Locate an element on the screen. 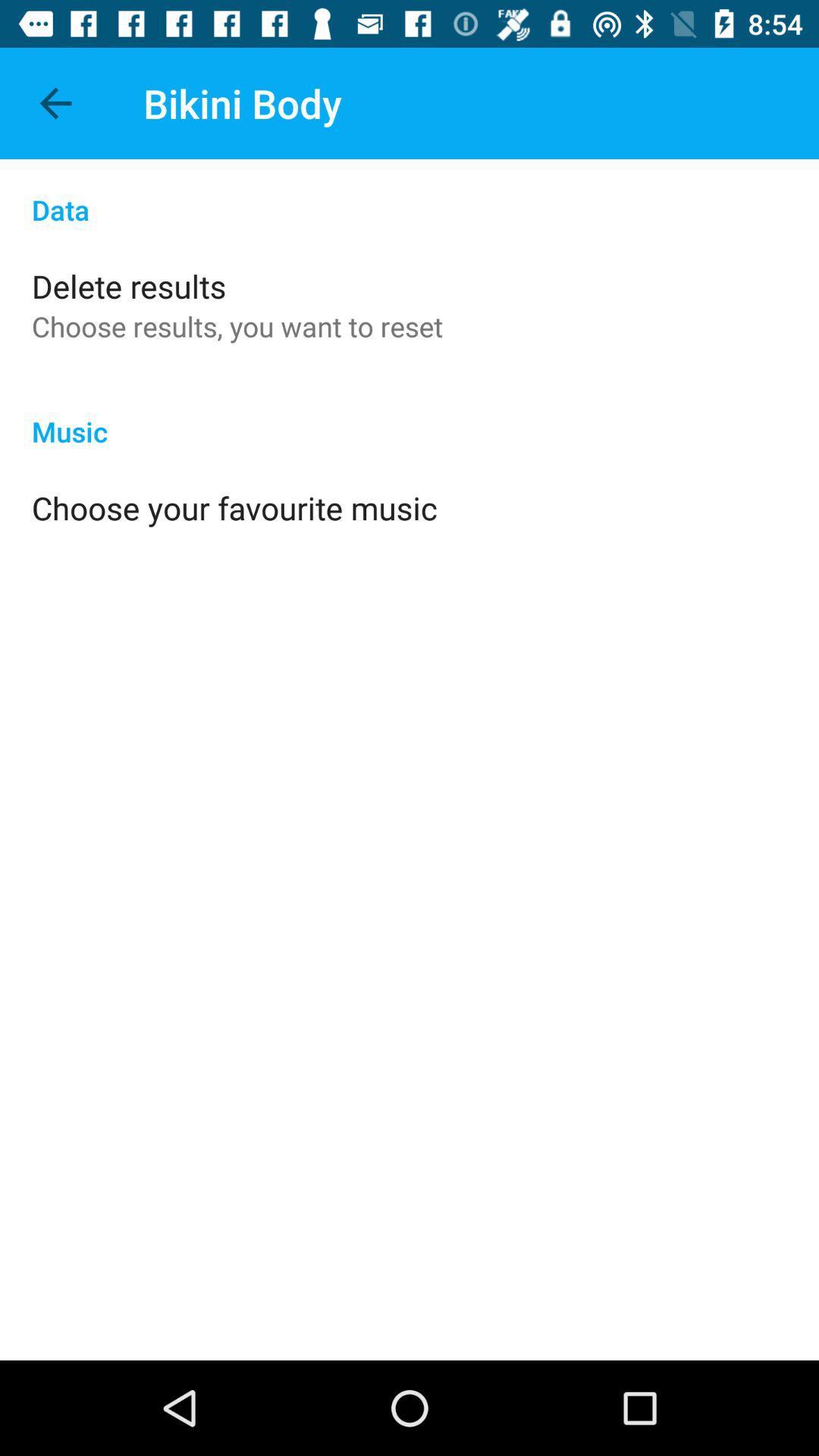 This screenshot has height=1456, width=819. icon on the left is located at coordinates (234, 507).